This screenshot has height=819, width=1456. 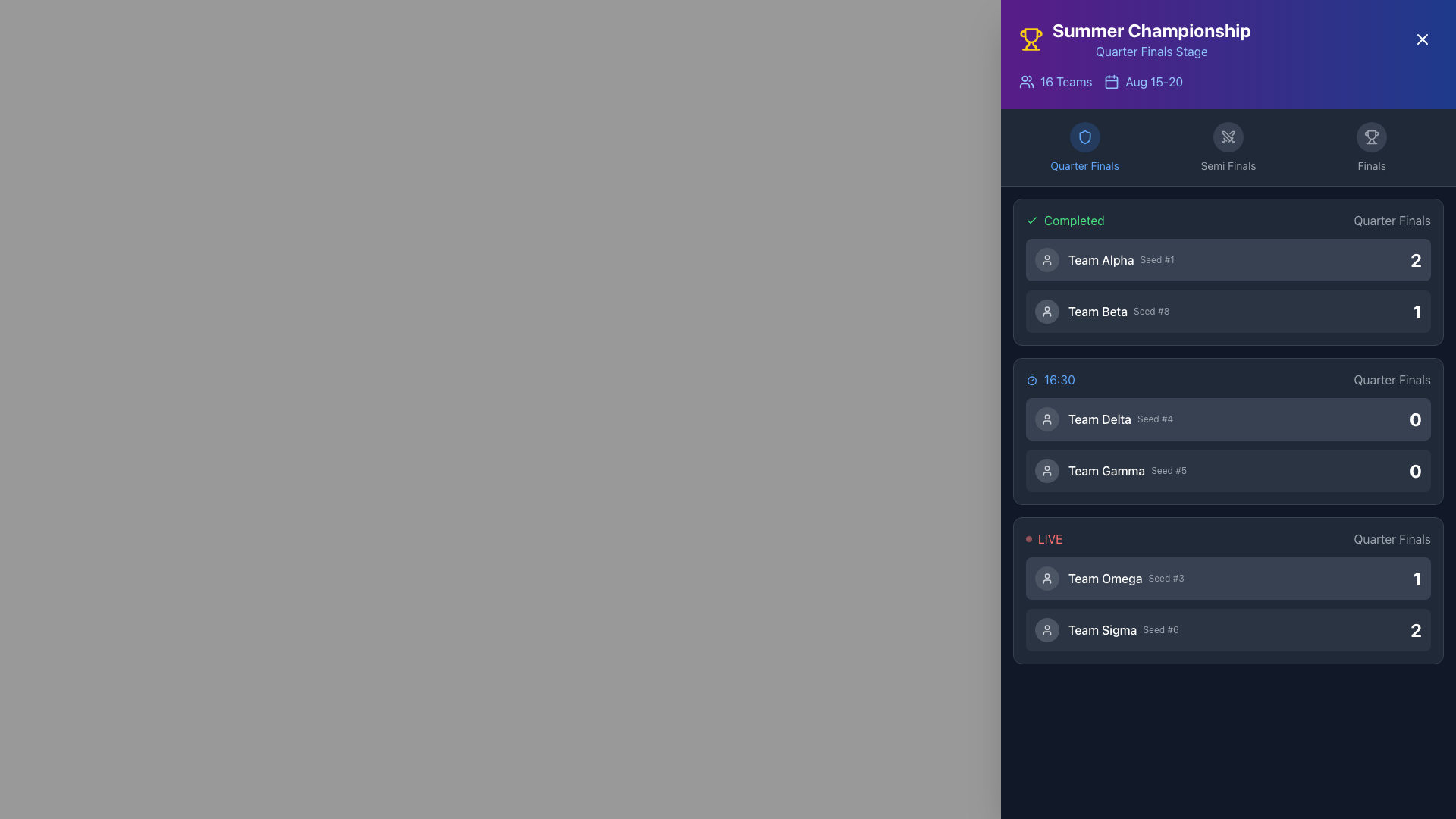 I want to click on the user representation icon located on the left side of the team names within a list item, so click(x=1046, y=470).